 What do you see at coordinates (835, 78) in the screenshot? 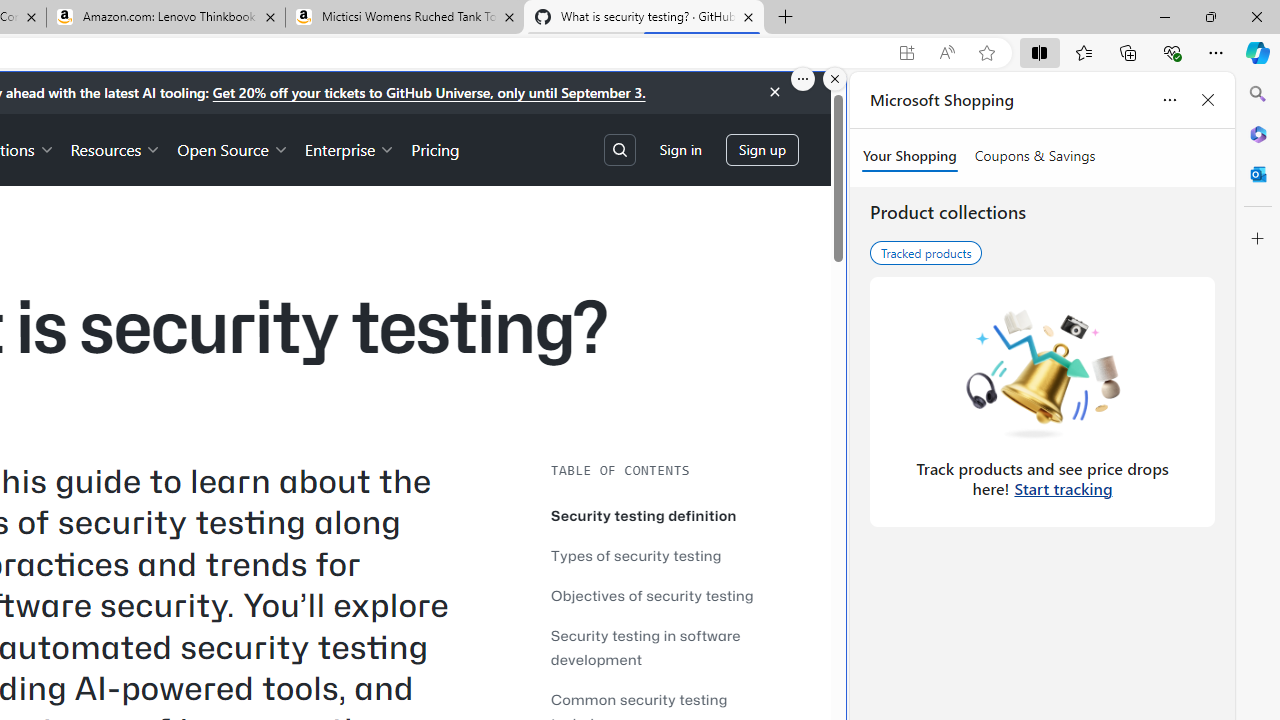
I see `'Close split screen.'` at bounding box center [835, 78].